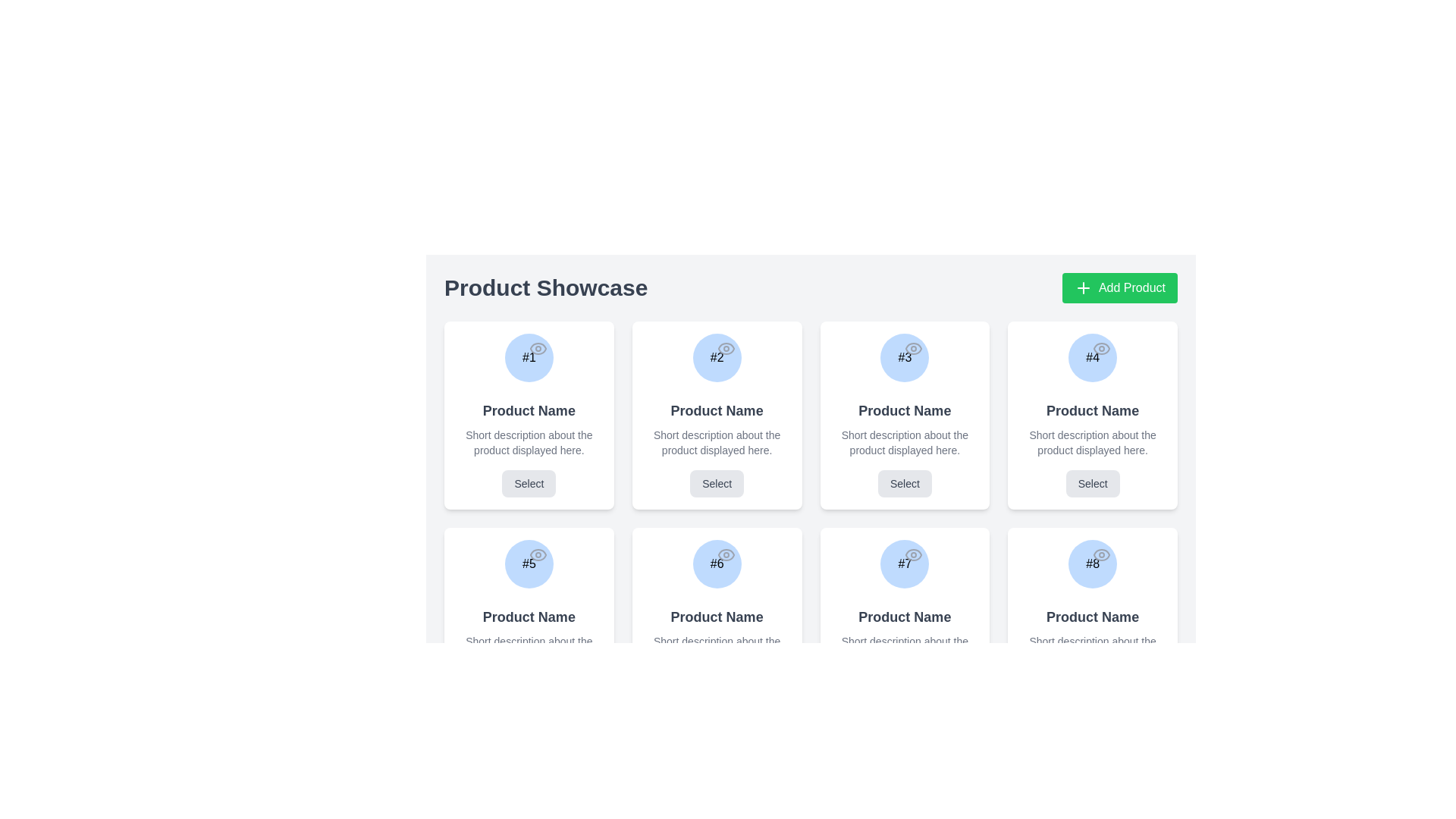 The image size is (1456, 819). I want to click on the 'Product Name' text label displayed in bold font within the fourth card of the grid structure, located in the top-right section of the main content area, so click(1093, 411).